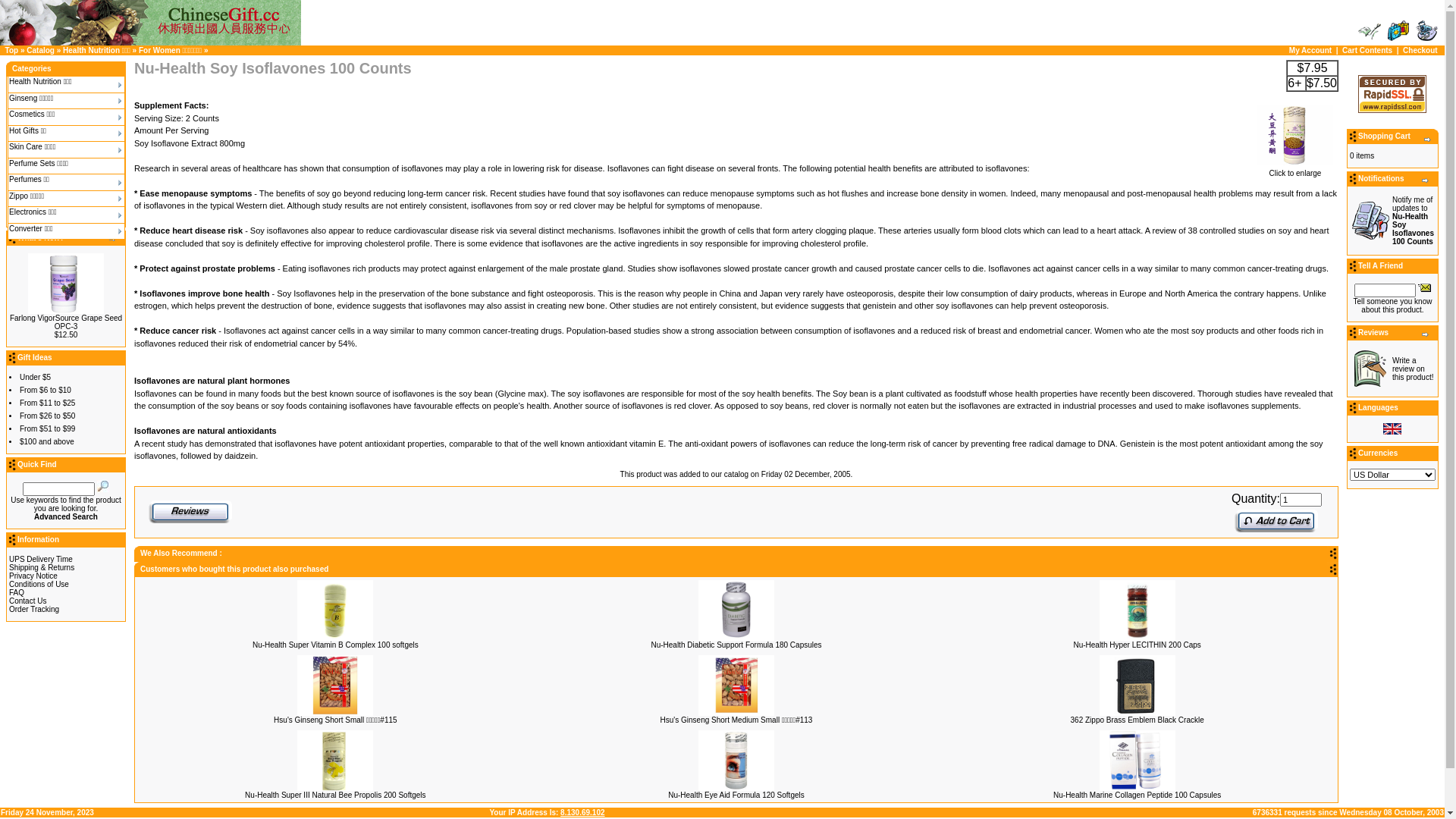  Describe the element at coordinates (11, 49) in the screenshot. I see `'Top'` at that location.